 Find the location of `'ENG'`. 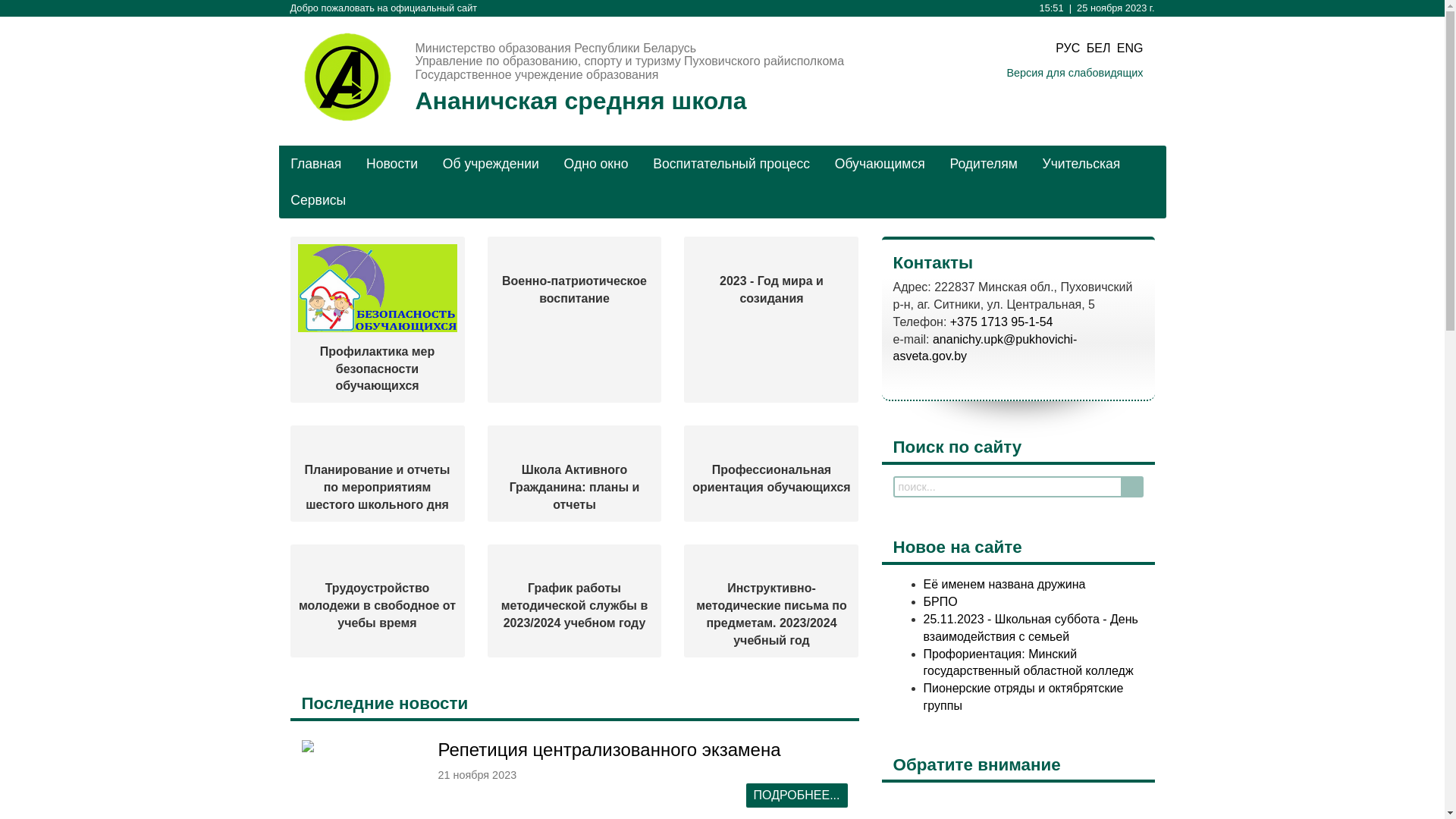

'ENG' is located at coordinates (1117, 48).